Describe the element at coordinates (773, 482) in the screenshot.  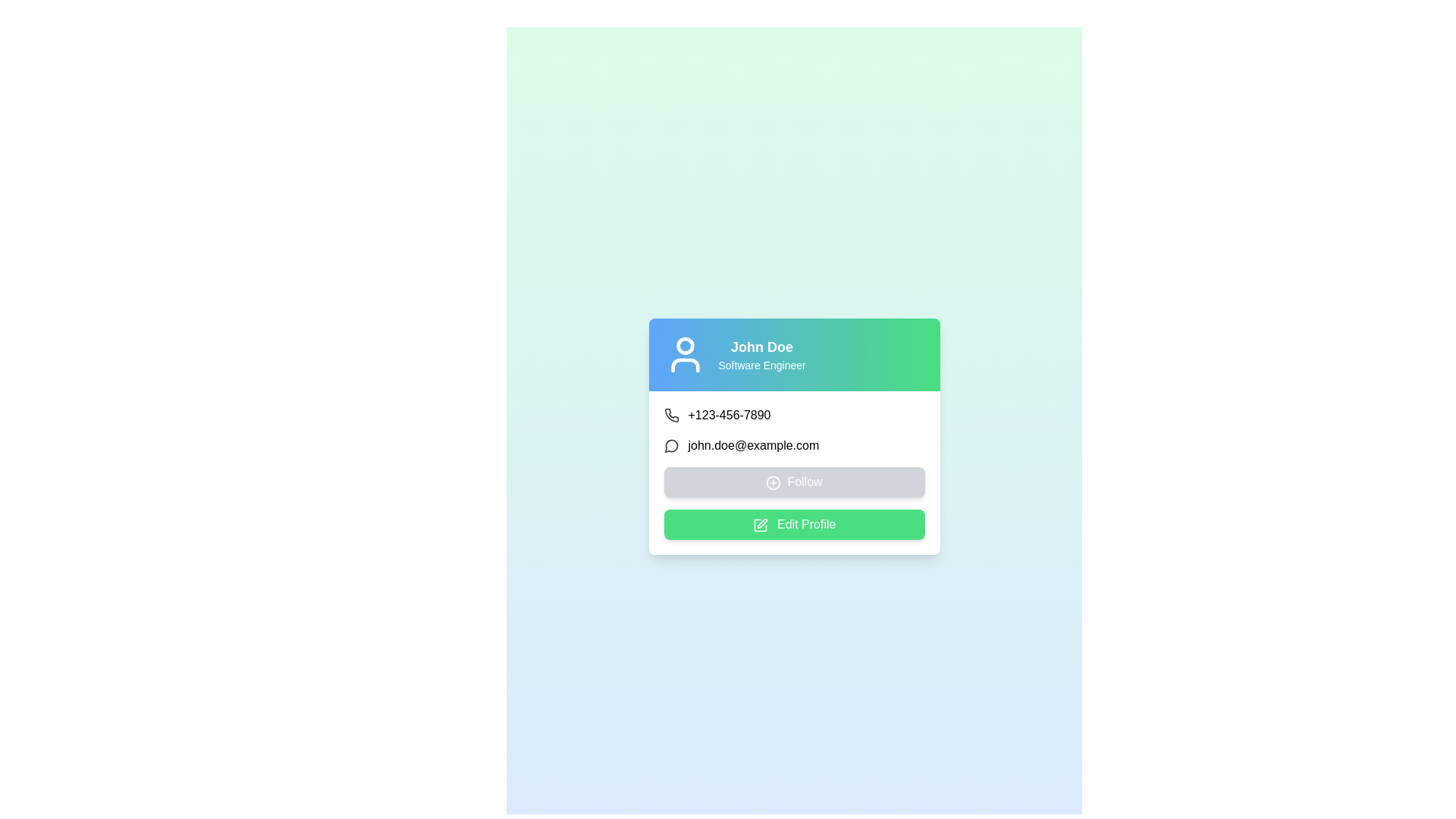
I see `the addition icon located to the left of the 'Follow' text in the Follow button` at that location.